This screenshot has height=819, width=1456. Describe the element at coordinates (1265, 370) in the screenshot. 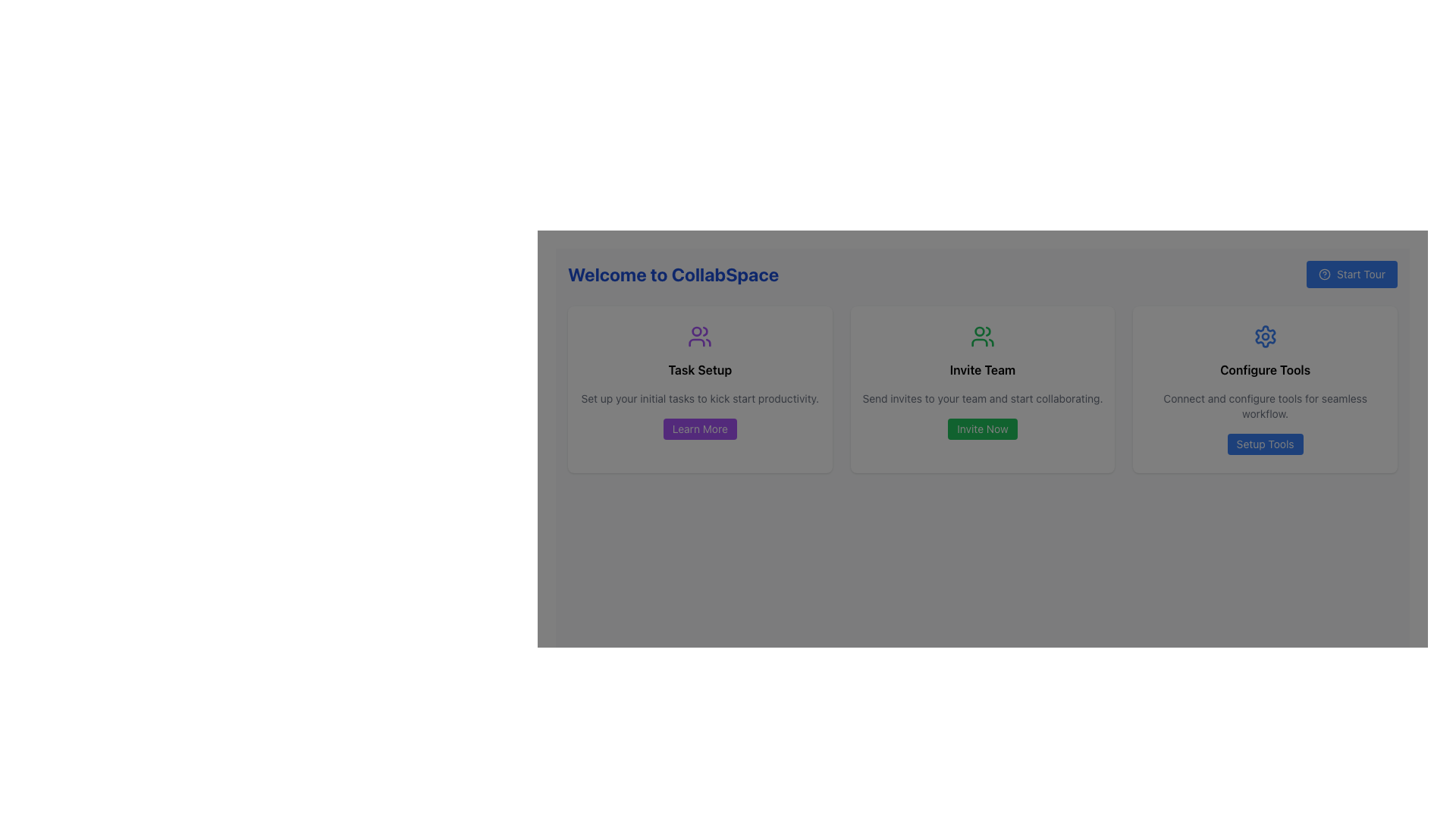

I see `the bold black text label reading 'Configure Tools', which is centered below a gear icon and above a blue button labeled 'Setup Tools'` at that location.